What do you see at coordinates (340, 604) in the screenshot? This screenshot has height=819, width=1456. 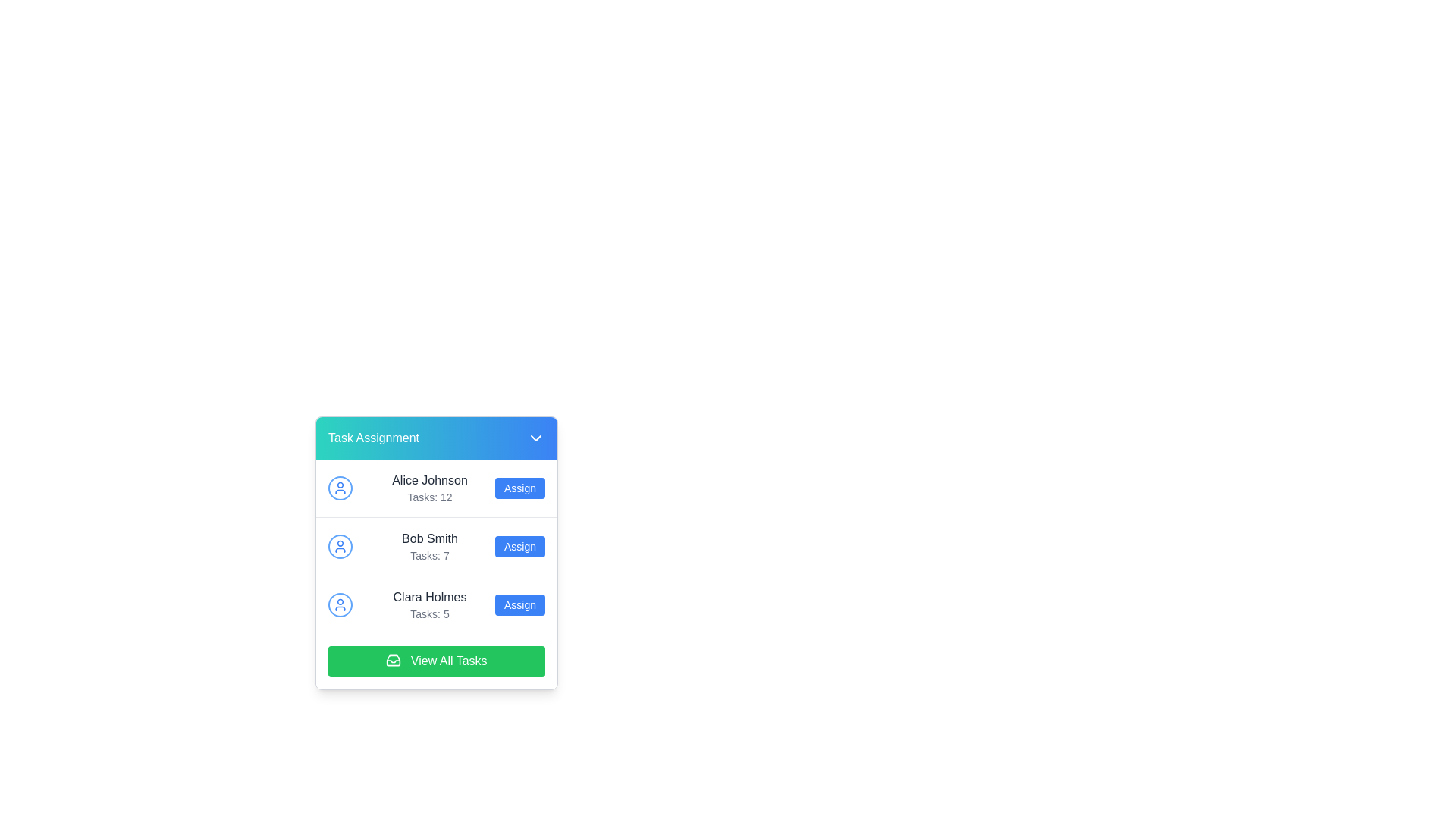 I see `the blue circular user icon with a white silhouette representing 'Clara Holmes' in the task assignment list, located in the third entry of the task list` at bounding box center [340, 604].